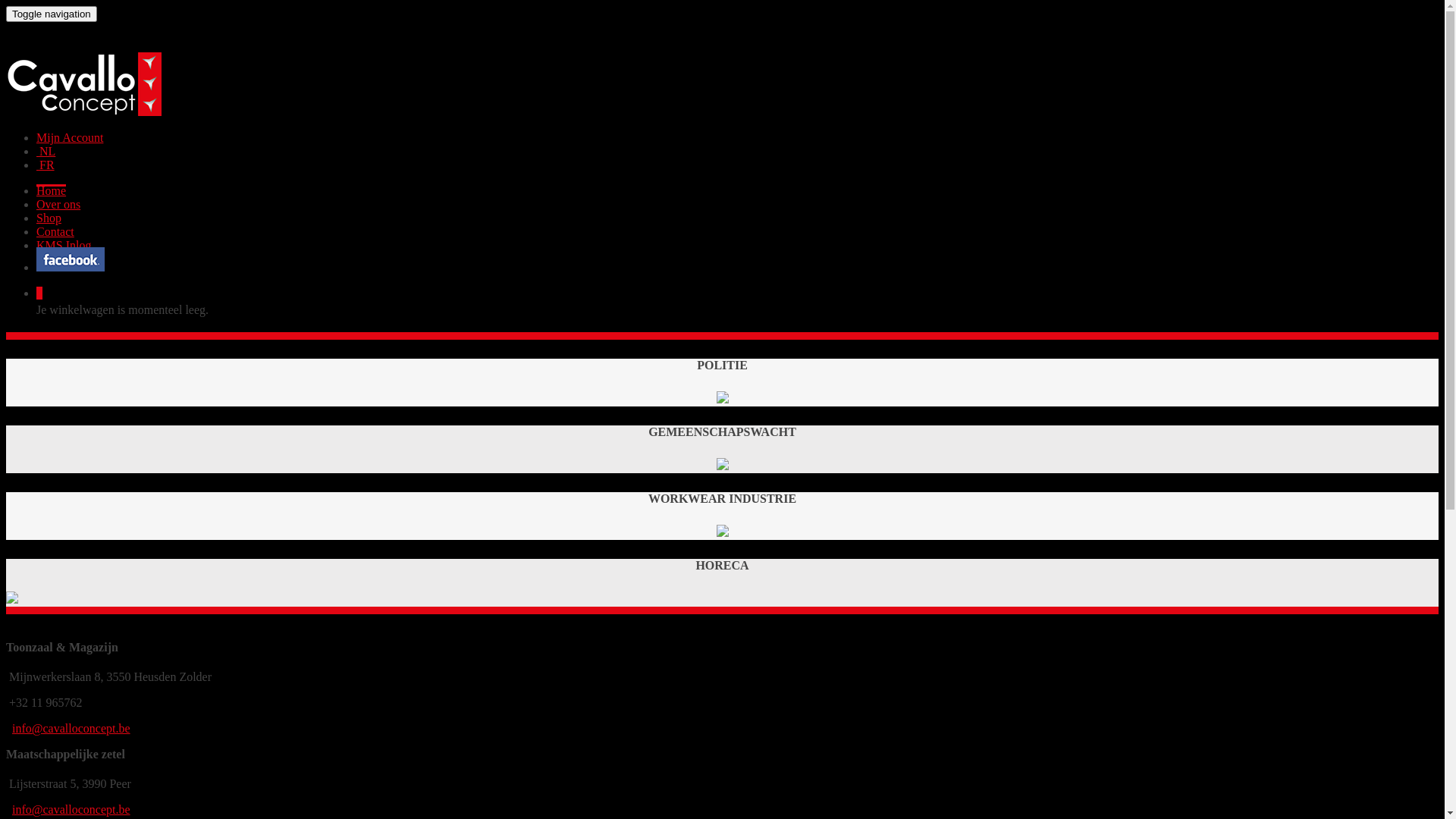 This screenshot has width=1456, height=819. Describe the element at coordinates (36, 151) in the screenshot. I see `' NL'` at that location.